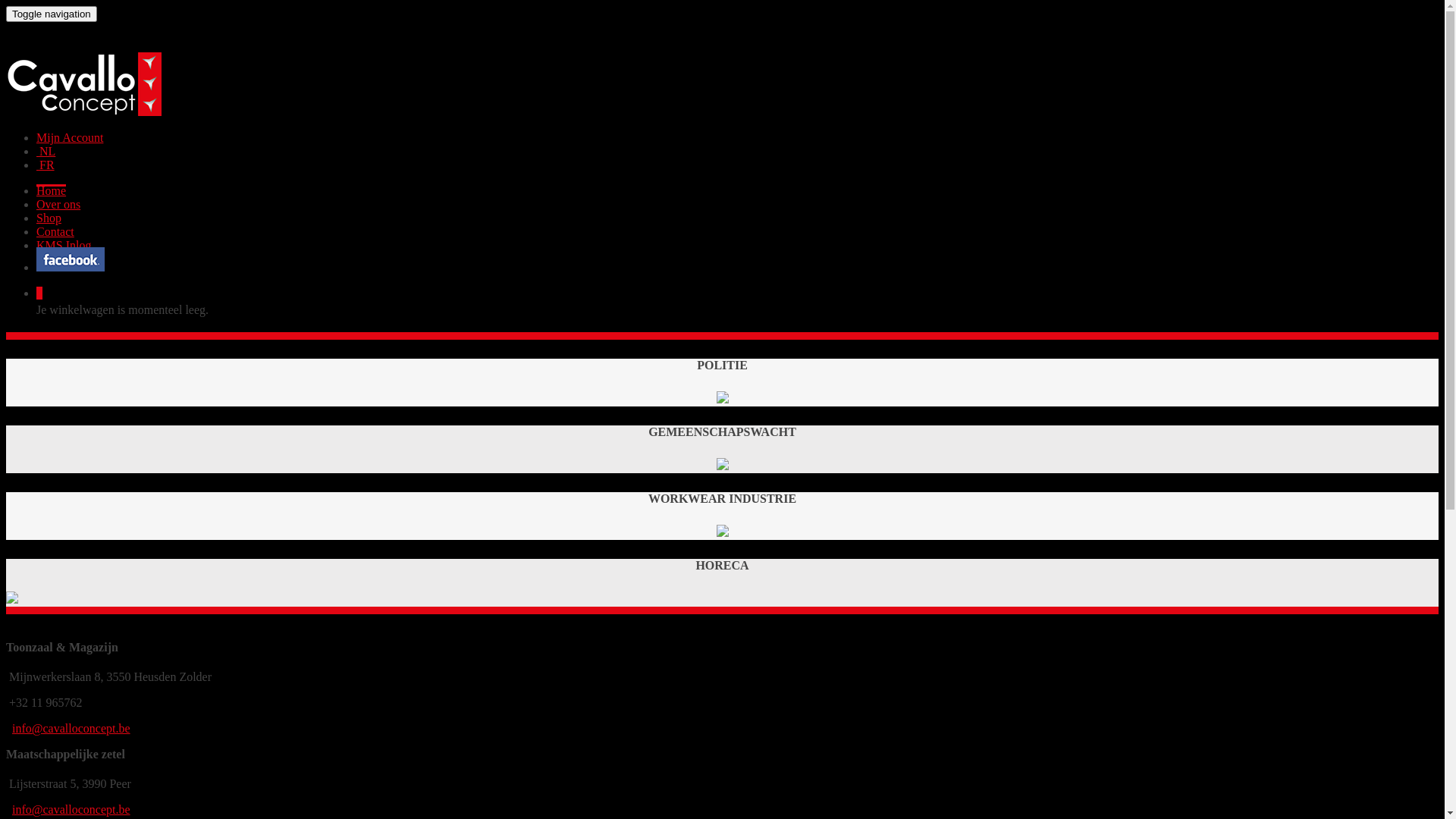 This screenshot has width=1456, height=819. Describe the element at coordinates (36, 151) in the screenshot. I see `' NL'` at that location.